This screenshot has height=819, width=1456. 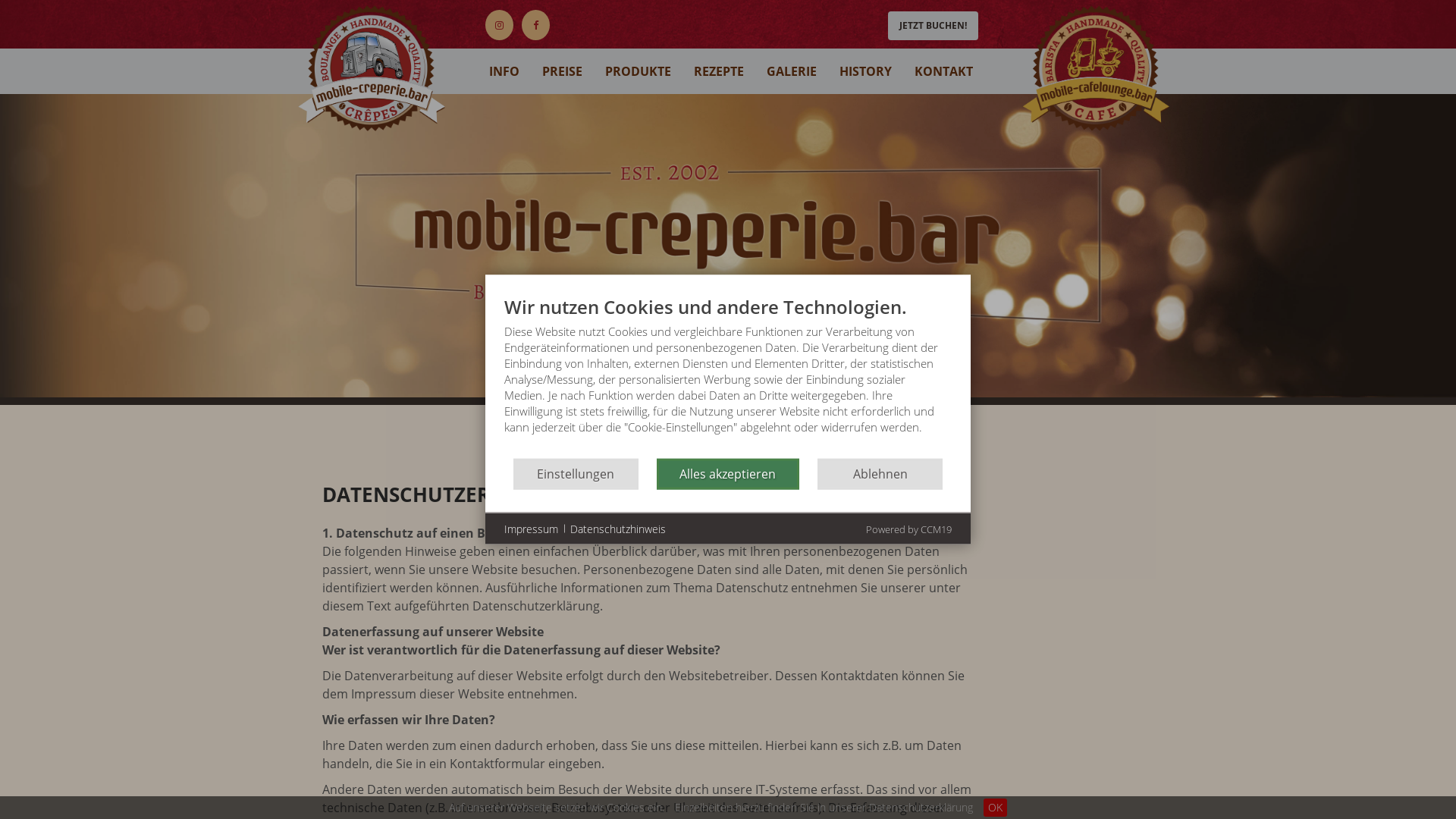 I want to click on 'KONTAKT', so click(x=902, y=71).